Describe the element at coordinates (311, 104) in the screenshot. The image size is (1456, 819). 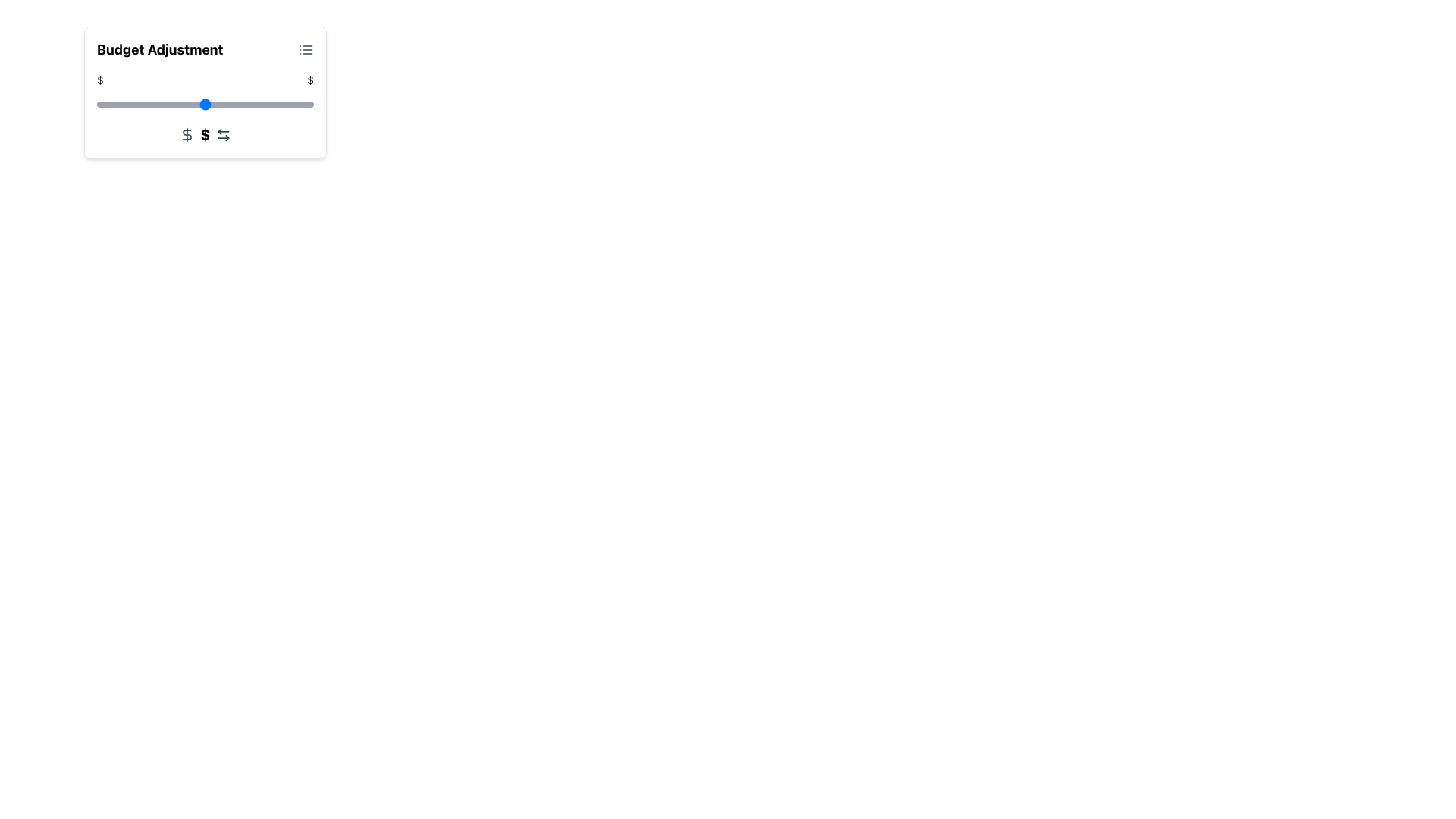
I see `the budget adjustment slider` at that location.